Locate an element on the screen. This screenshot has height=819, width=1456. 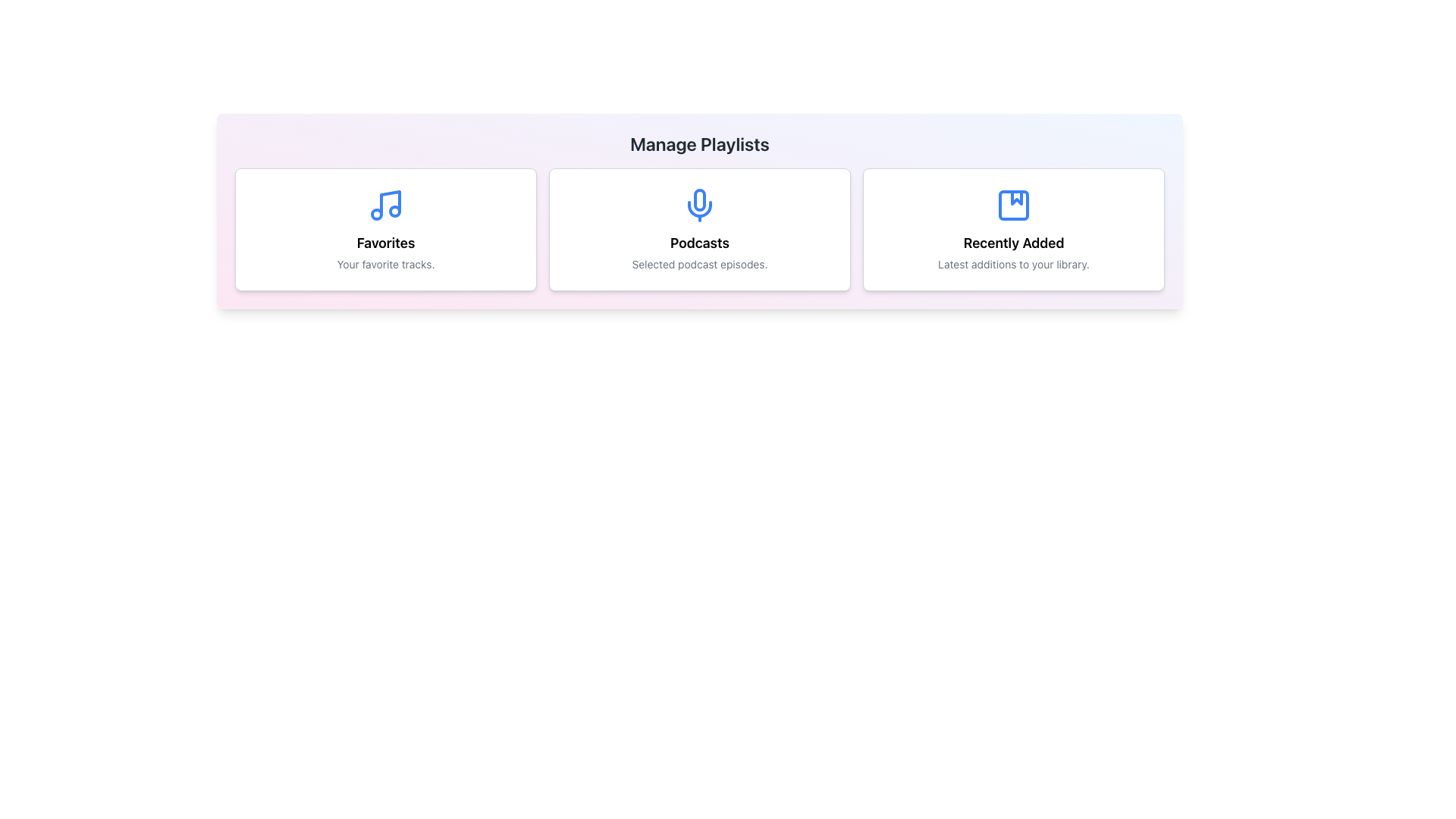
the descriptive text located at the bottom of the 'Favorites' card, which provides additional information about the card is located at coordinates (385, 263).